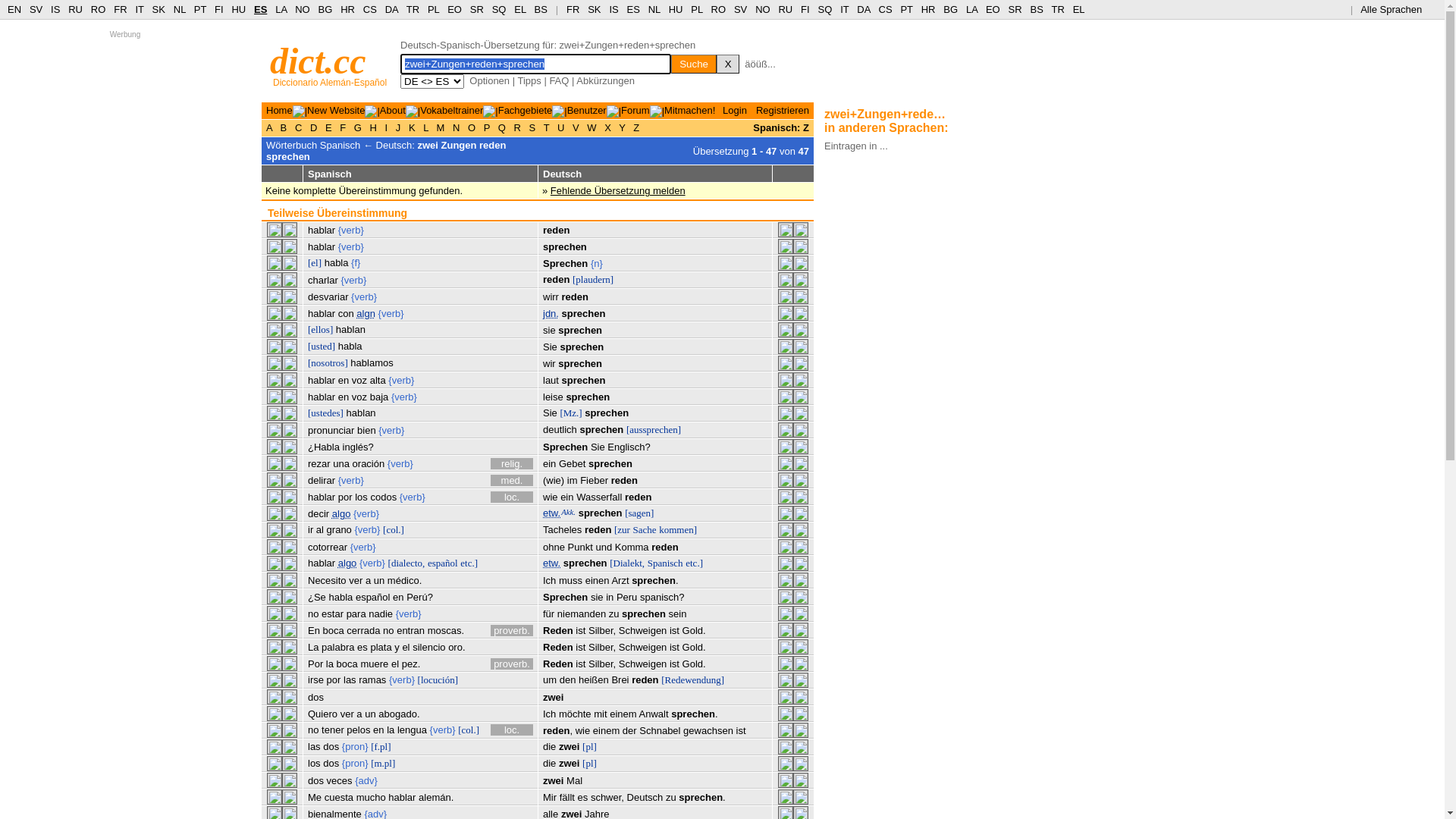 The height and width of the screenshot is (819, 1456). What do you see at coordinates (340, 9) in the screenshot?
I see `'HR'` at bounding box center [340, 9].